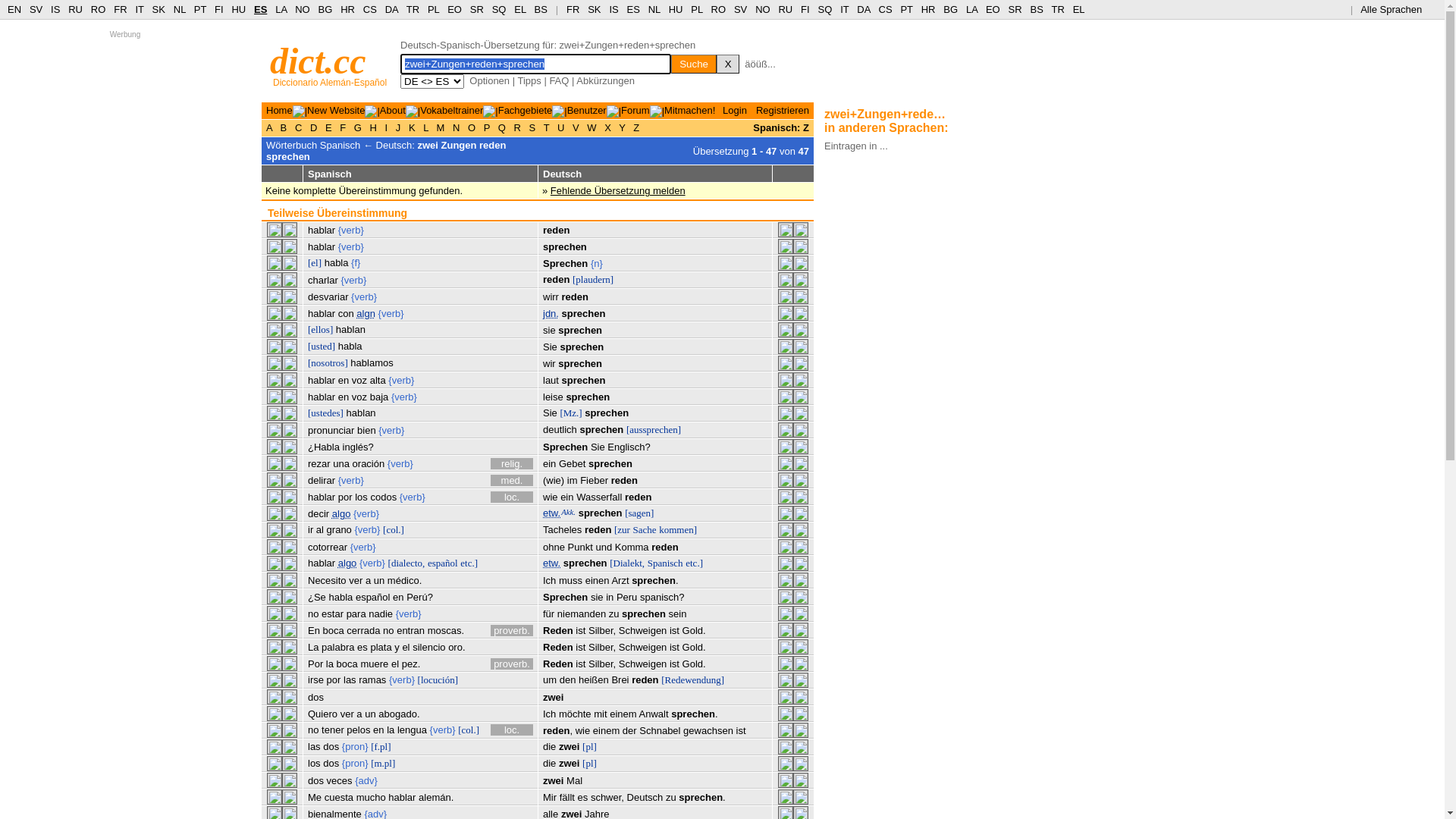 The height and width of the screenshot is (819, 1456). What do you see at coordinates (340, 9) in the screenshot?
I see `'HR'` at bounding box center [340, 9].